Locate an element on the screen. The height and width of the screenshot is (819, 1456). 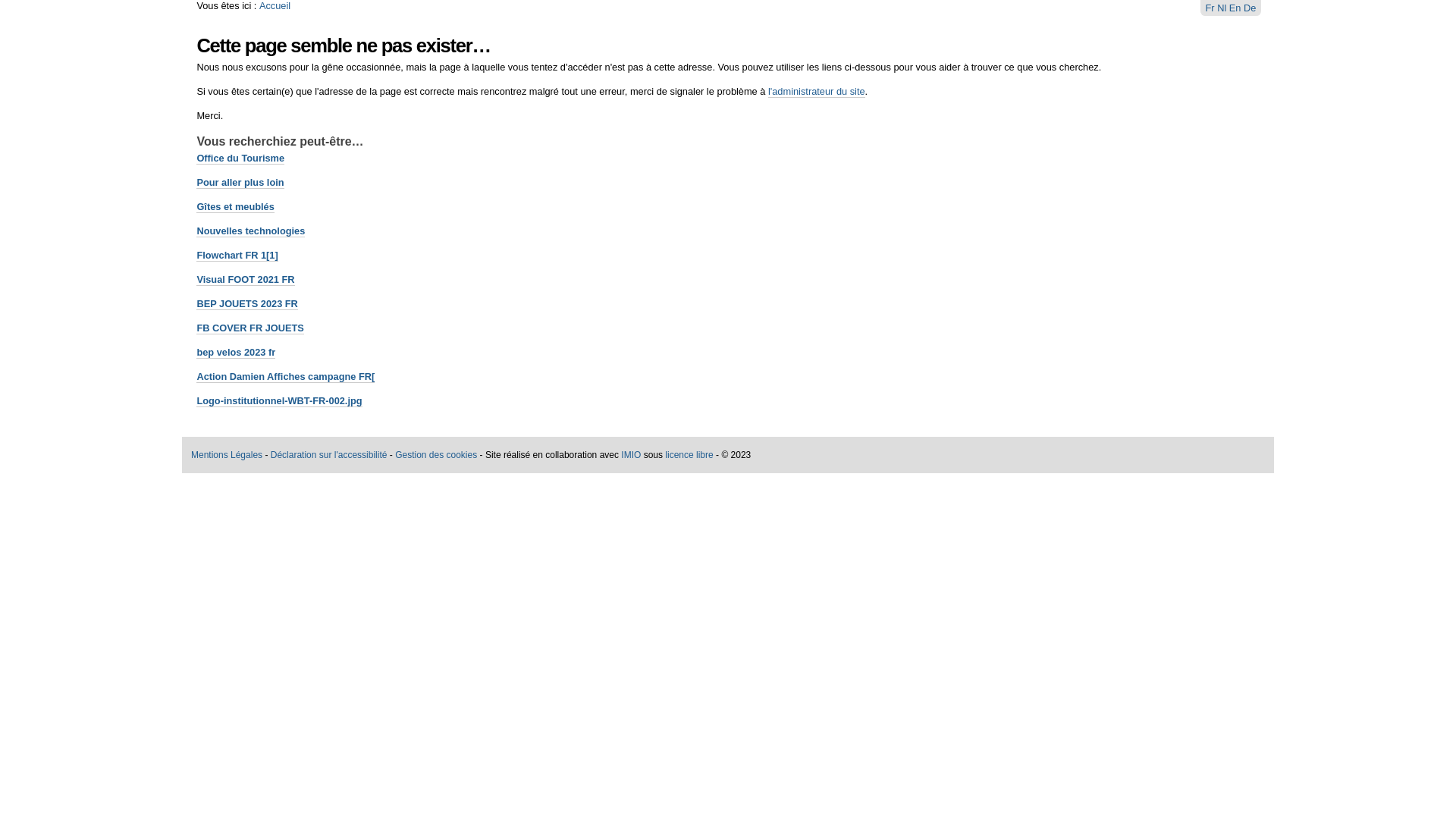
'Pour aller plus loin' is located at coordinates (196, 181).